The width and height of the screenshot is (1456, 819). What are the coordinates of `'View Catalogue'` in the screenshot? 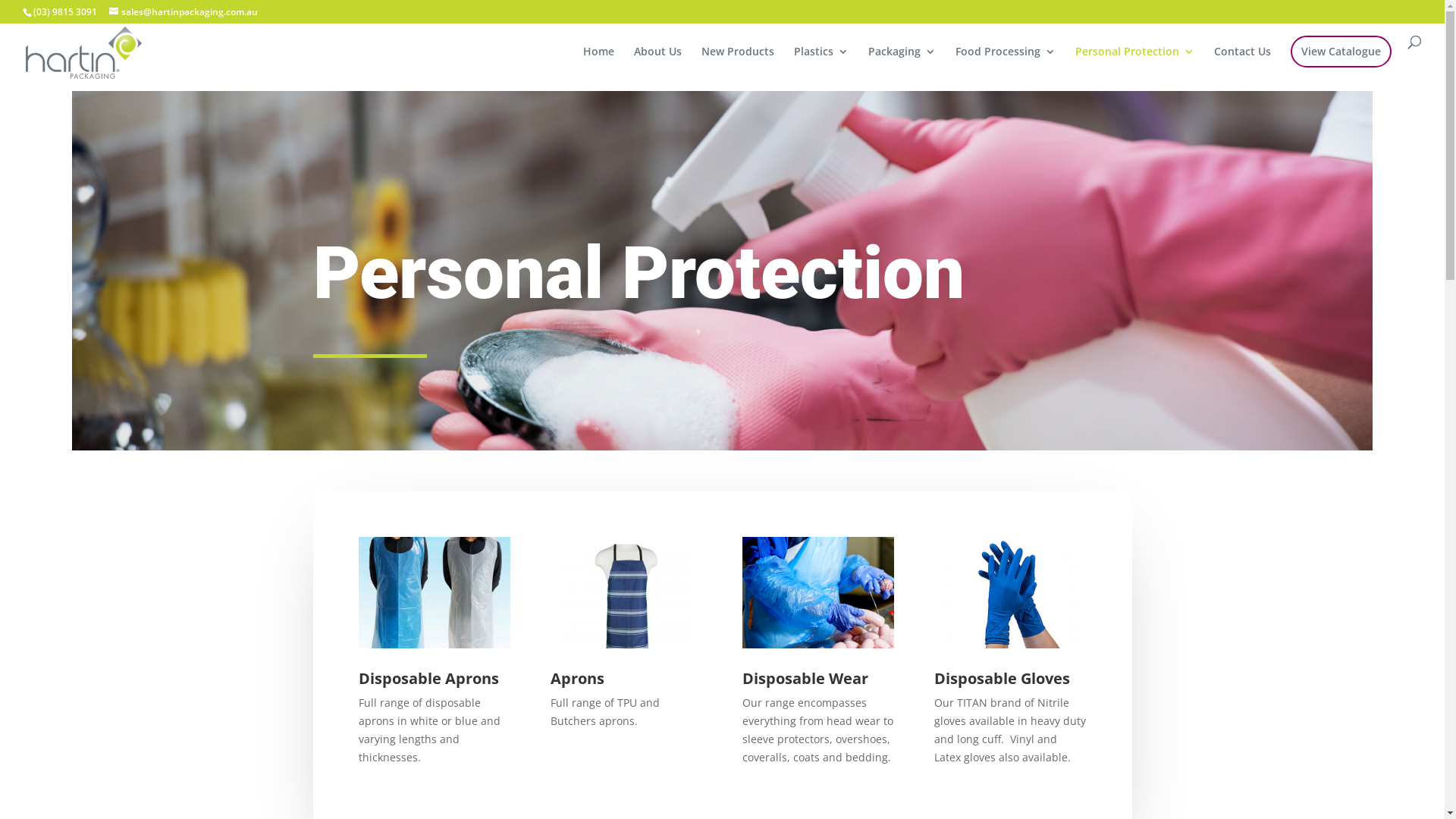 It's located at (1341, 51).